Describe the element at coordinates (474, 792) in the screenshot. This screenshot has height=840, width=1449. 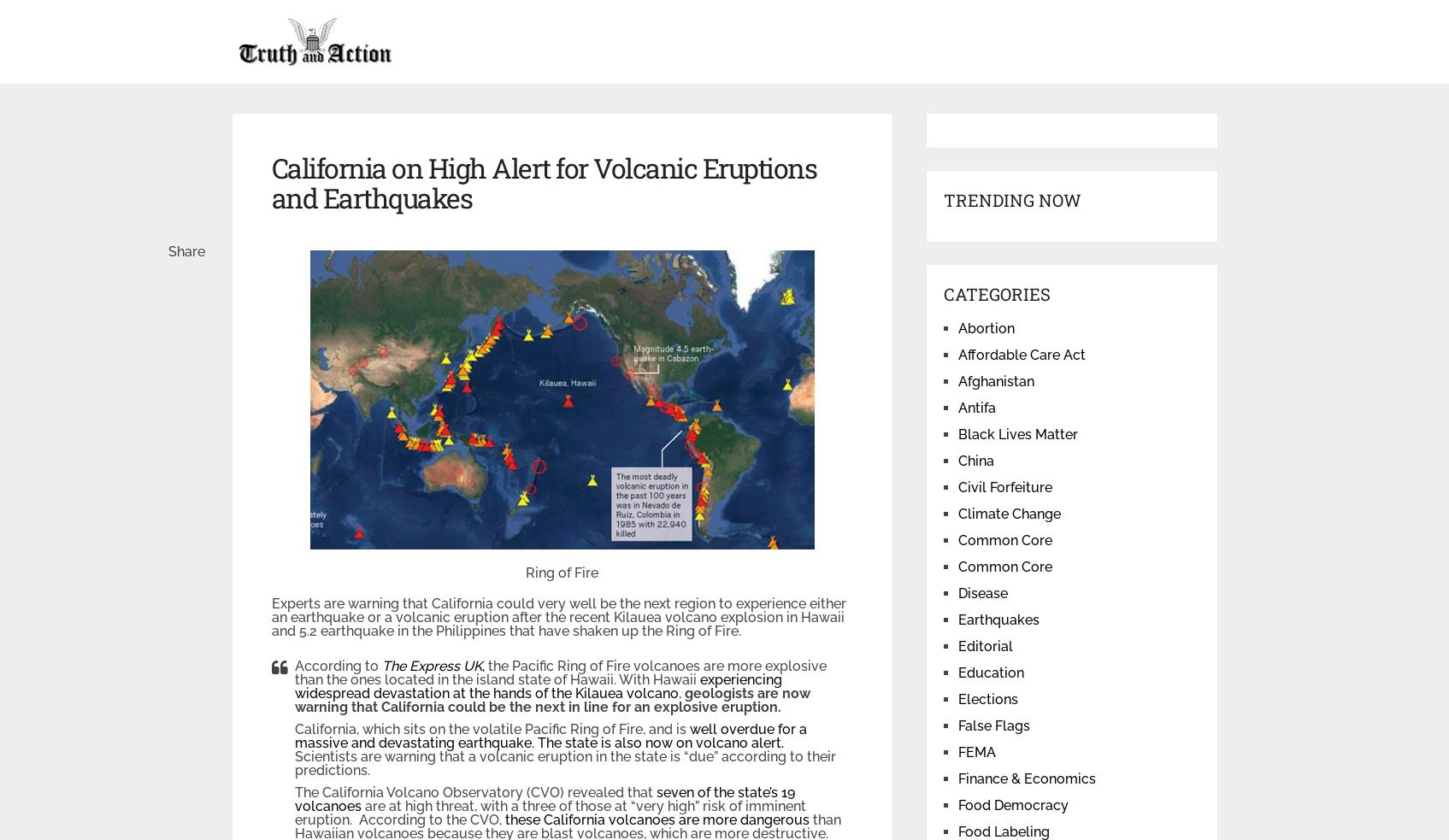
I see `'The California Volcano Observatory (CVO) revealed that'` at that location.